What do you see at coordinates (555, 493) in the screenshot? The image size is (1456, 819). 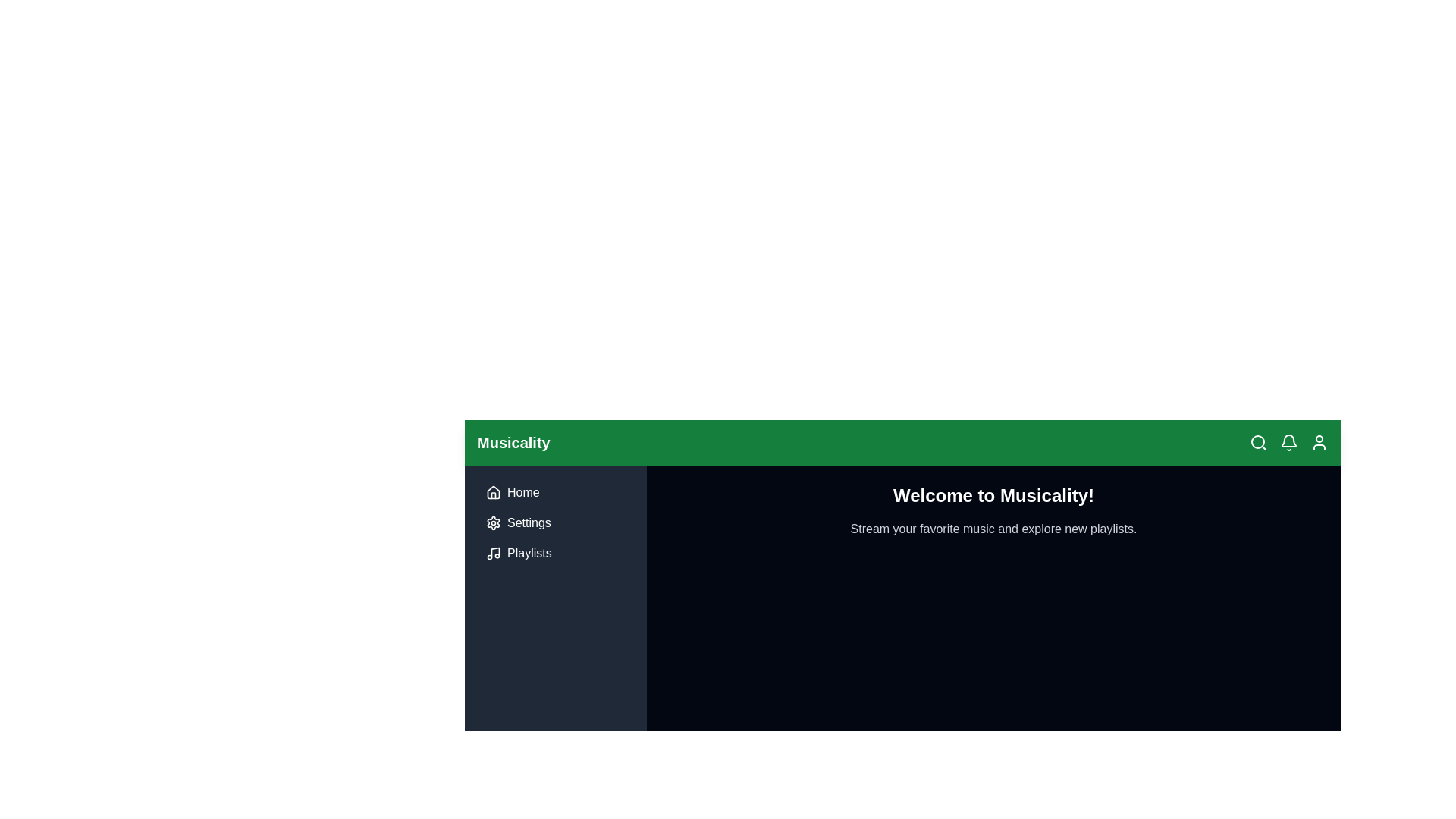 I see `the 'Home' button in the sidebar menu` at bounding box center [555, 493].